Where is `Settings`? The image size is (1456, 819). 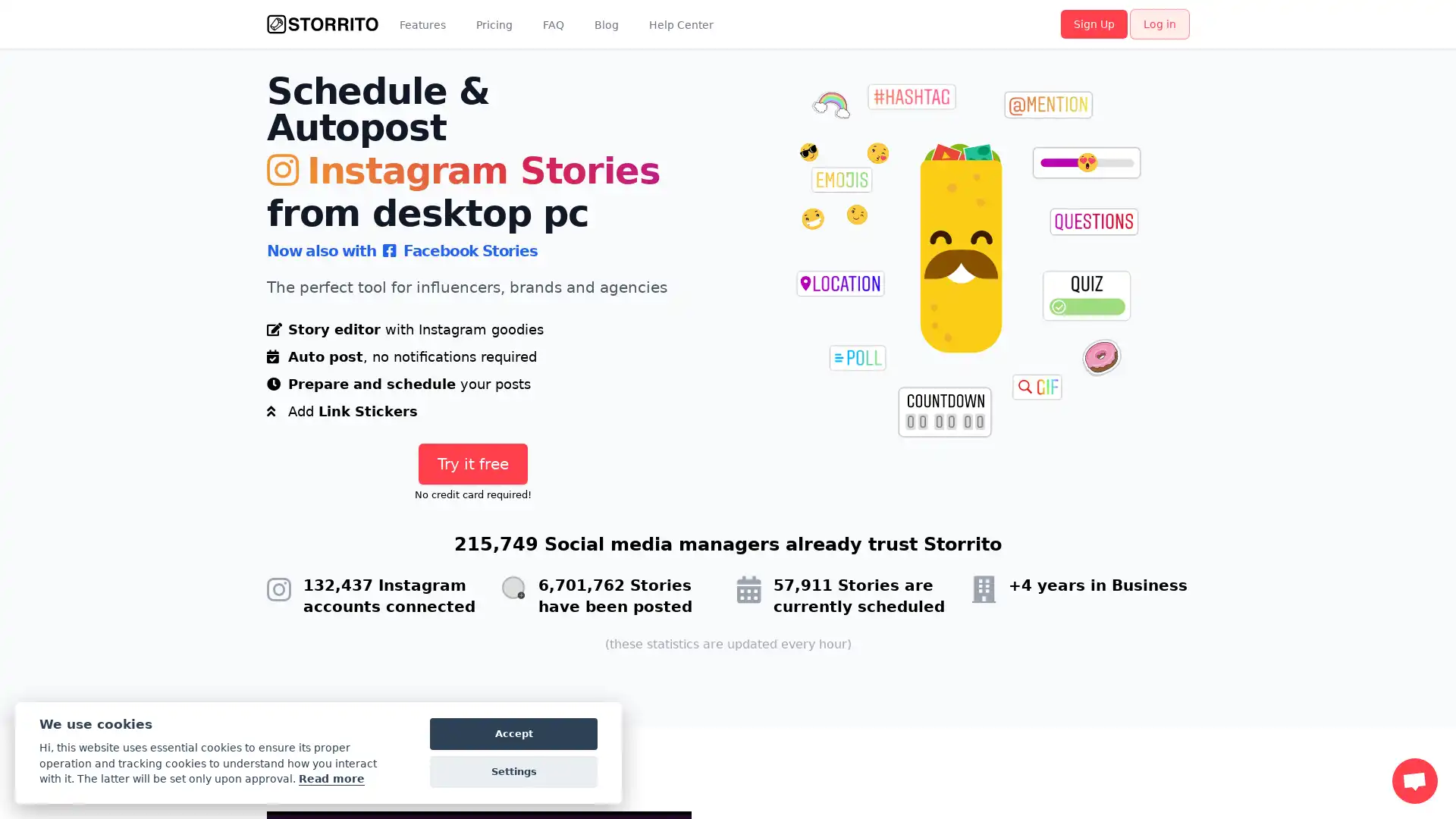
Settings is located at coordinates (513, 772).